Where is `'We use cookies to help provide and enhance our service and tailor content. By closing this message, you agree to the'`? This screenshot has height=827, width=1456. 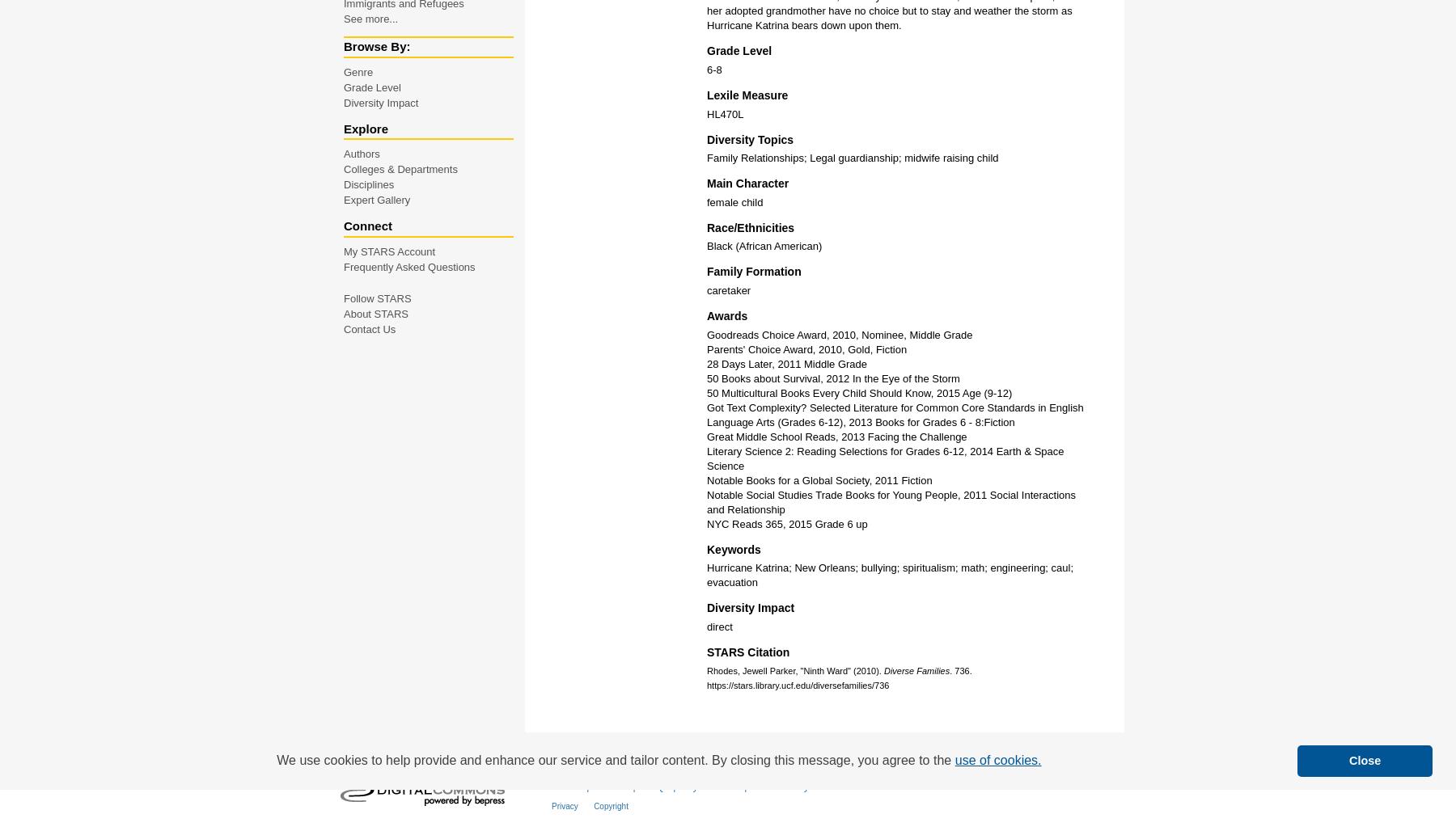 'We use cookies to help provide and enhance our service and tailor content. By closing this message, you agree to the' is located at coordinates (615, 759).